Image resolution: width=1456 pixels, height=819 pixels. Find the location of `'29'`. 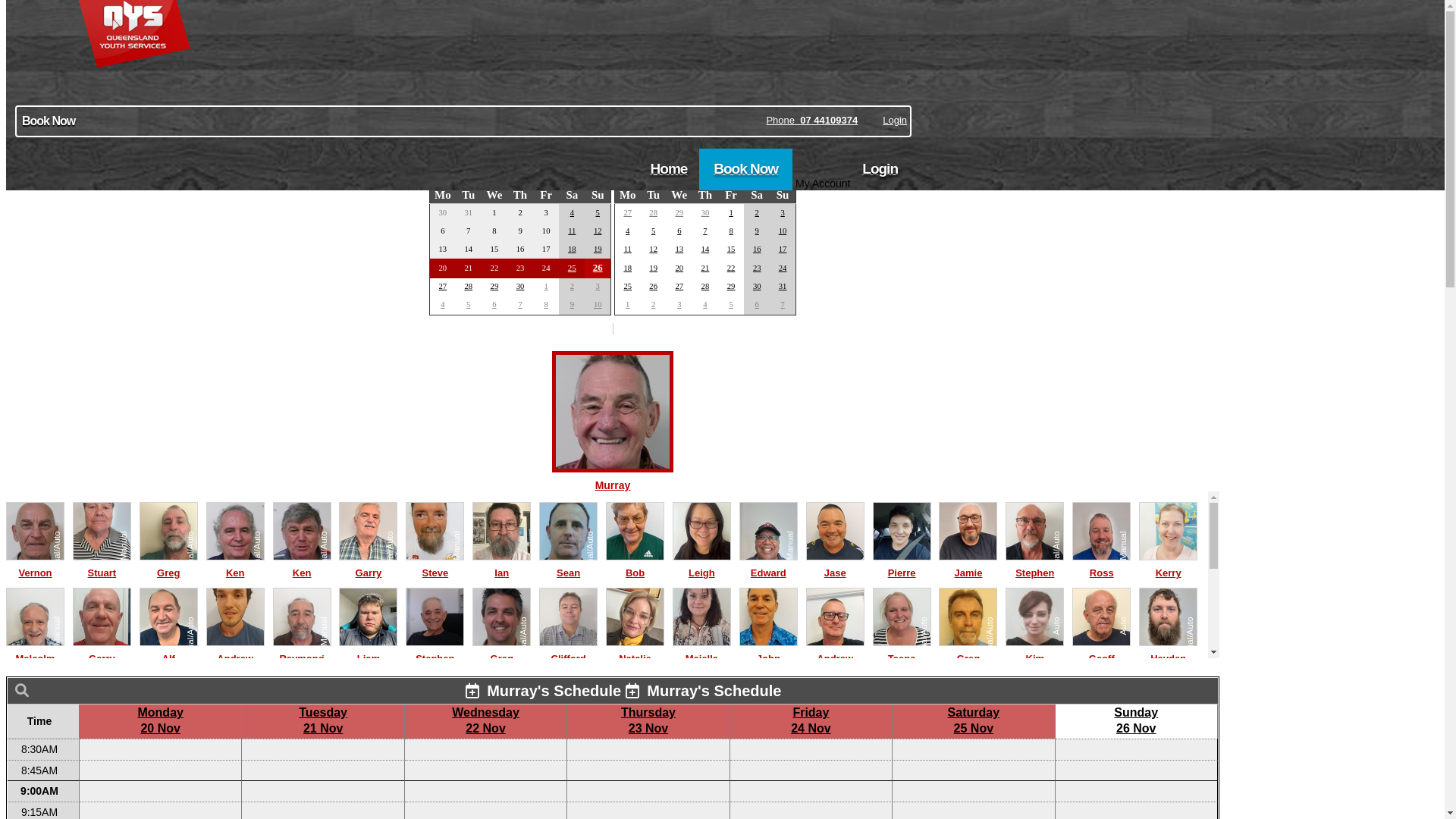

'29' is located at coordinates (731, 286).